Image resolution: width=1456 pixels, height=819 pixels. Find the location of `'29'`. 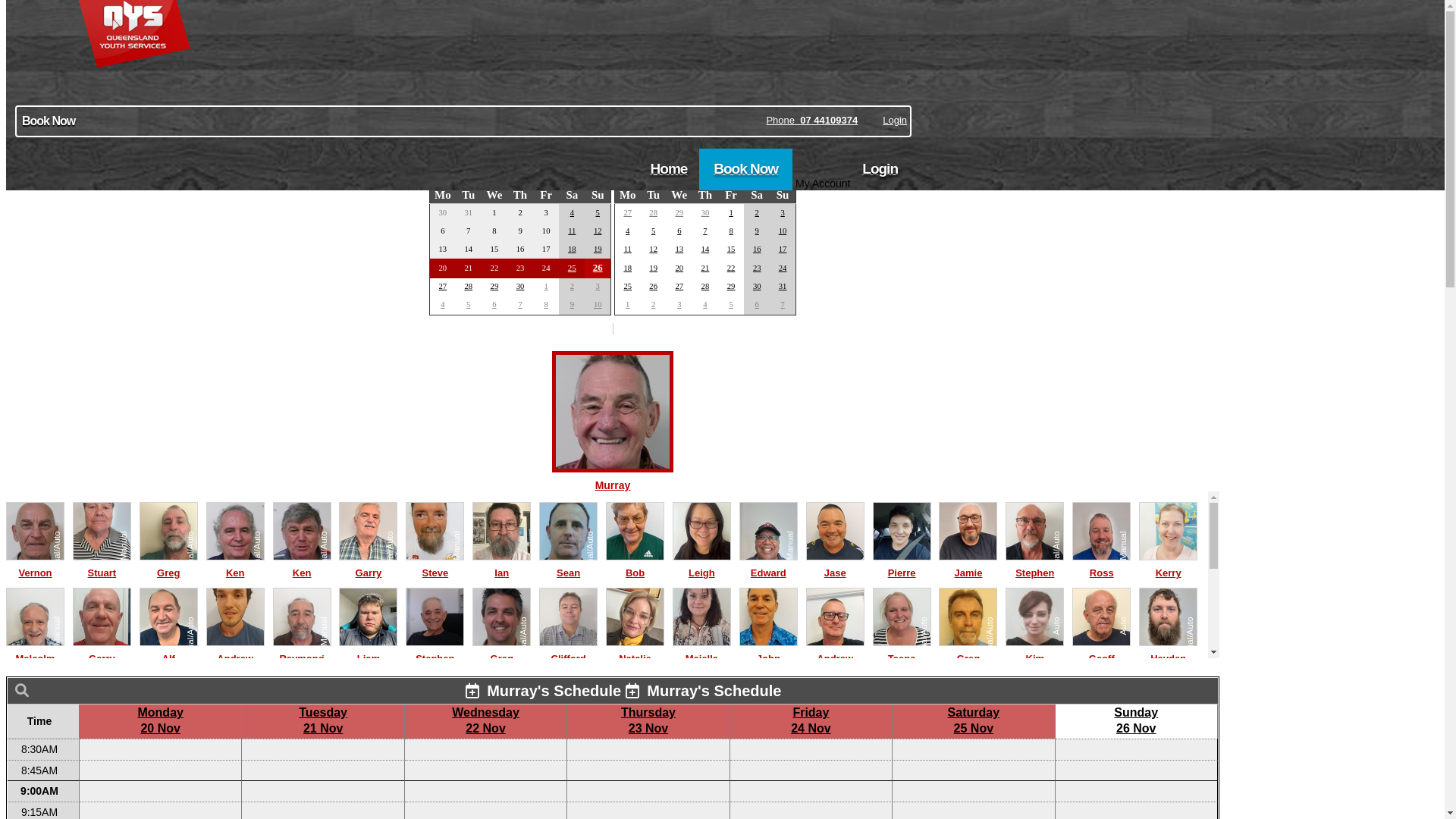

'29' is located at coordinates (731, 286).